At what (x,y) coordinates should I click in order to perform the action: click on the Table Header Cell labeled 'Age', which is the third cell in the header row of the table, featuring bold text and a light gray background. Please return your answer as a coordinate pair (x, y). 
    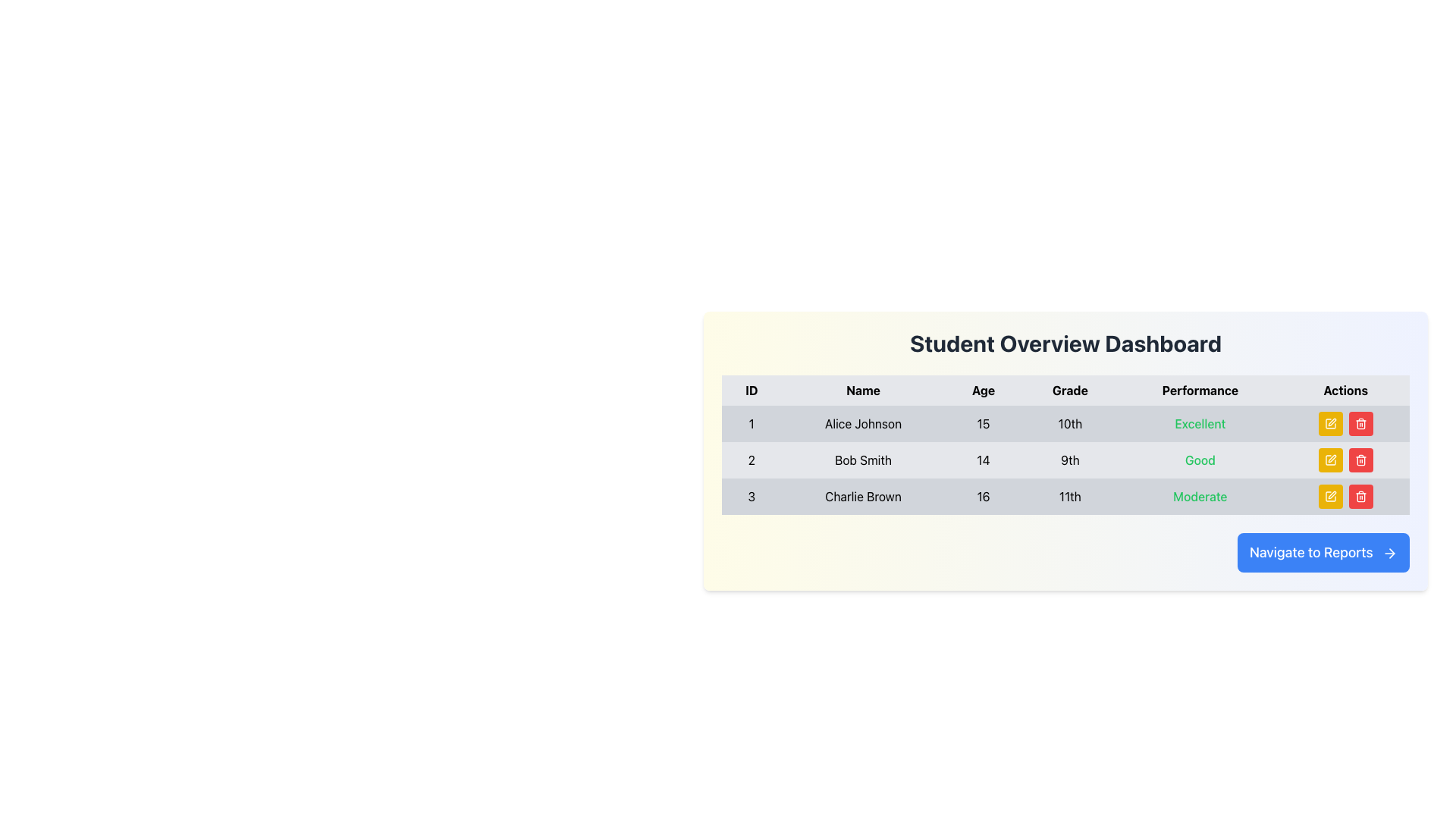
    Looking at the image, I should click on (983, 390).